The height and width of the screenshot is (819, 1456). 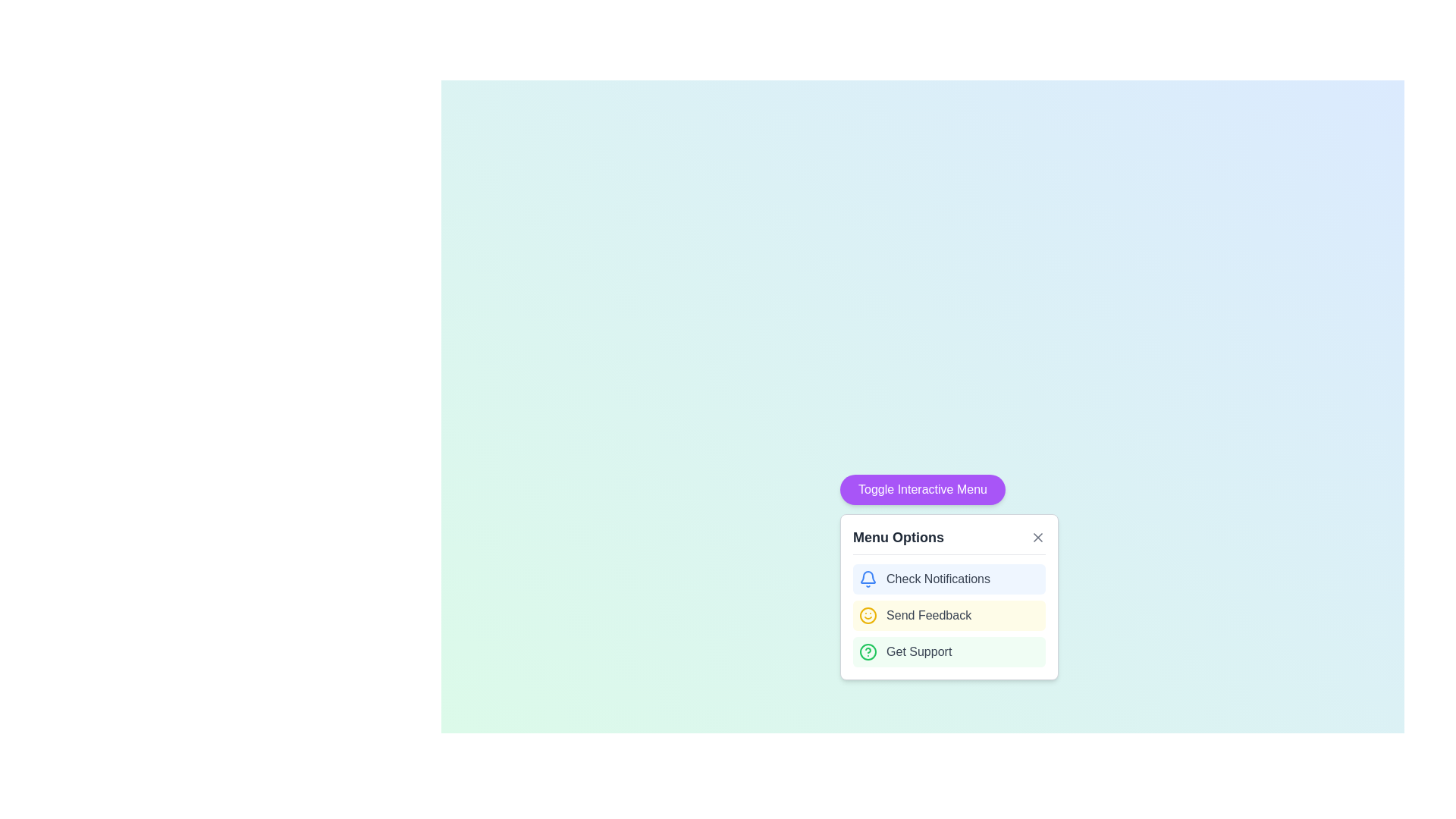 I want to click on the 'Send Feedback' text label, which is styled with a clean sans-serif font and located on a pastel yellow background within the 'Menu Options' group, so click(x=928, y=616).